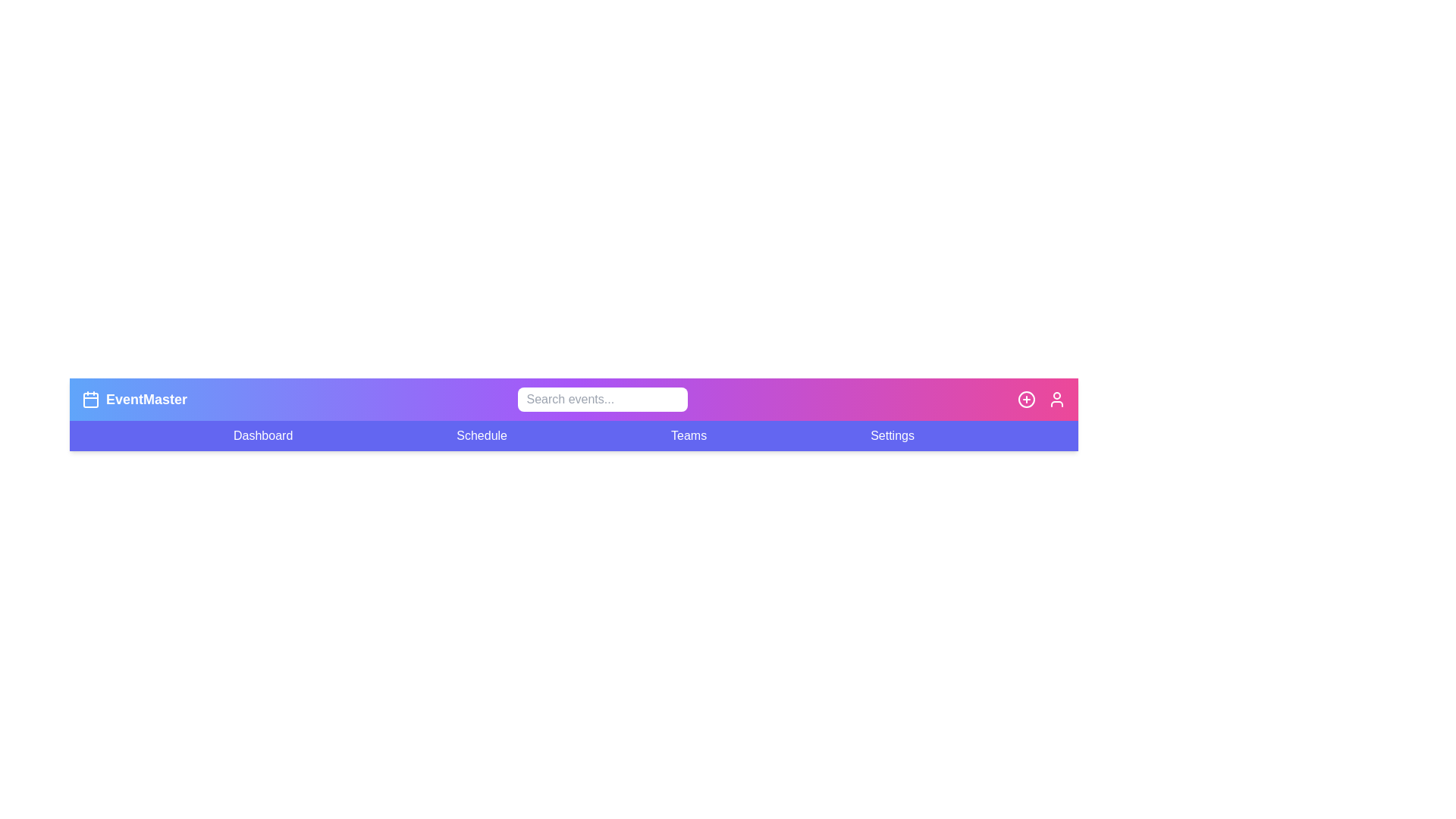  Describe the element at coordinates (262, 435) in the screenshot. I see `the menu item Dashboard to navigate` at that location.